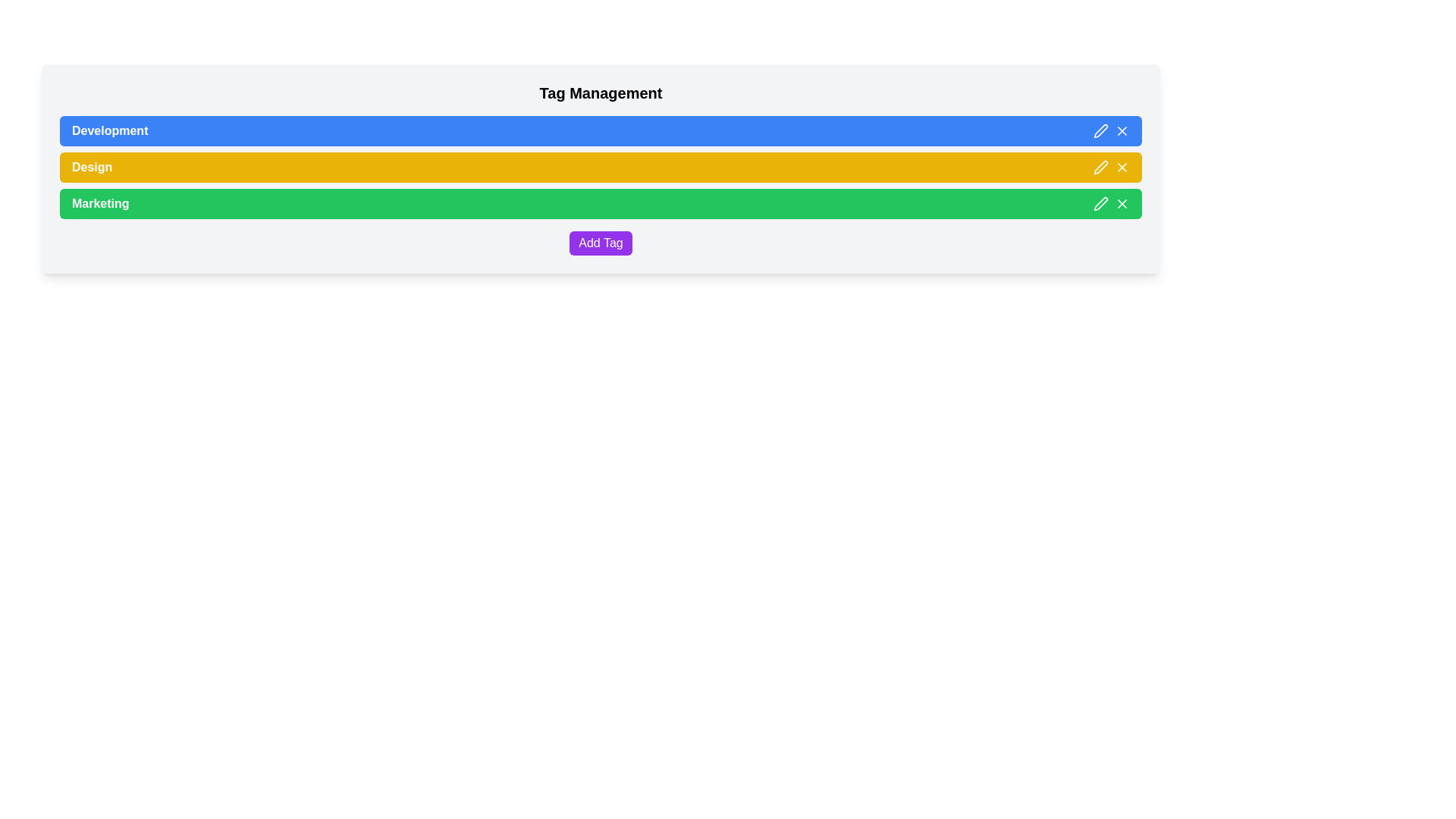  What do you see at coordinates (600, 167) in the screenshot?
I see `the 'Design' tag in the category bar for accessibility purposes` at bounding box center [600, 167].